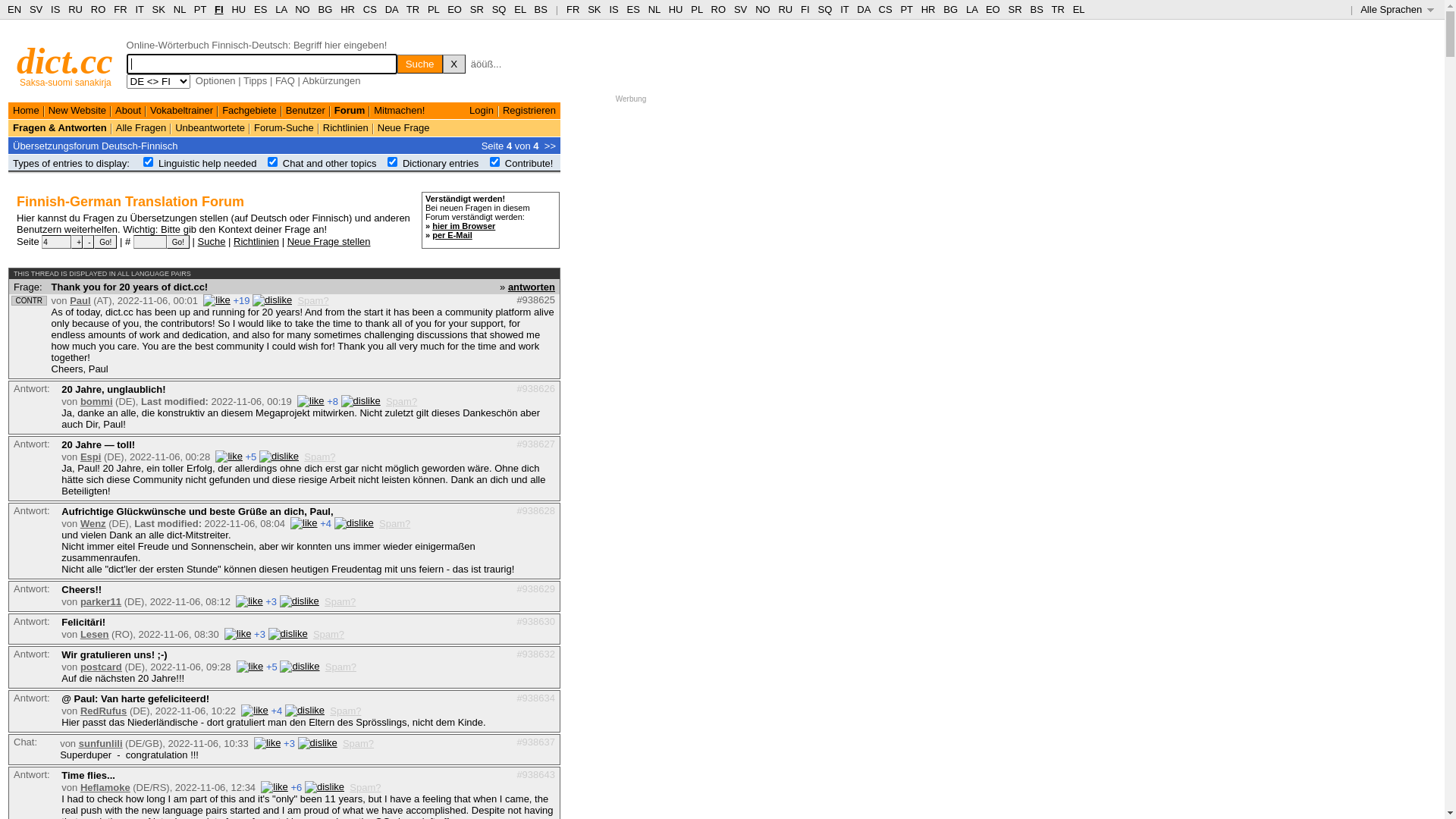  What do you see at coordinates (695, 9) in the screenshot?
I see `'PL'` at bounding box center [695, 9].